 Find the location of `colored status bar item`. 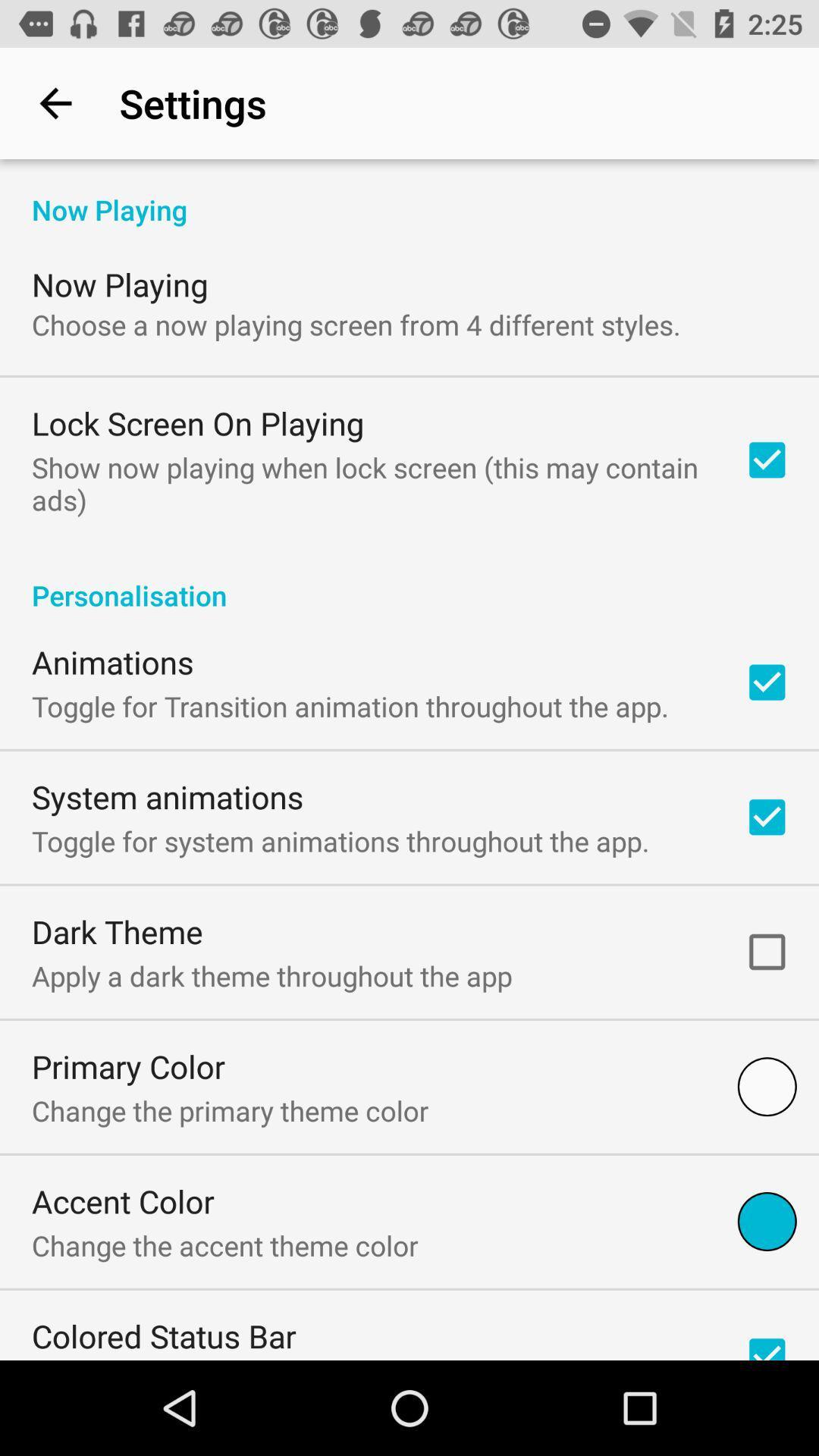

colored status bar item is located at coordinates (164, 1335).